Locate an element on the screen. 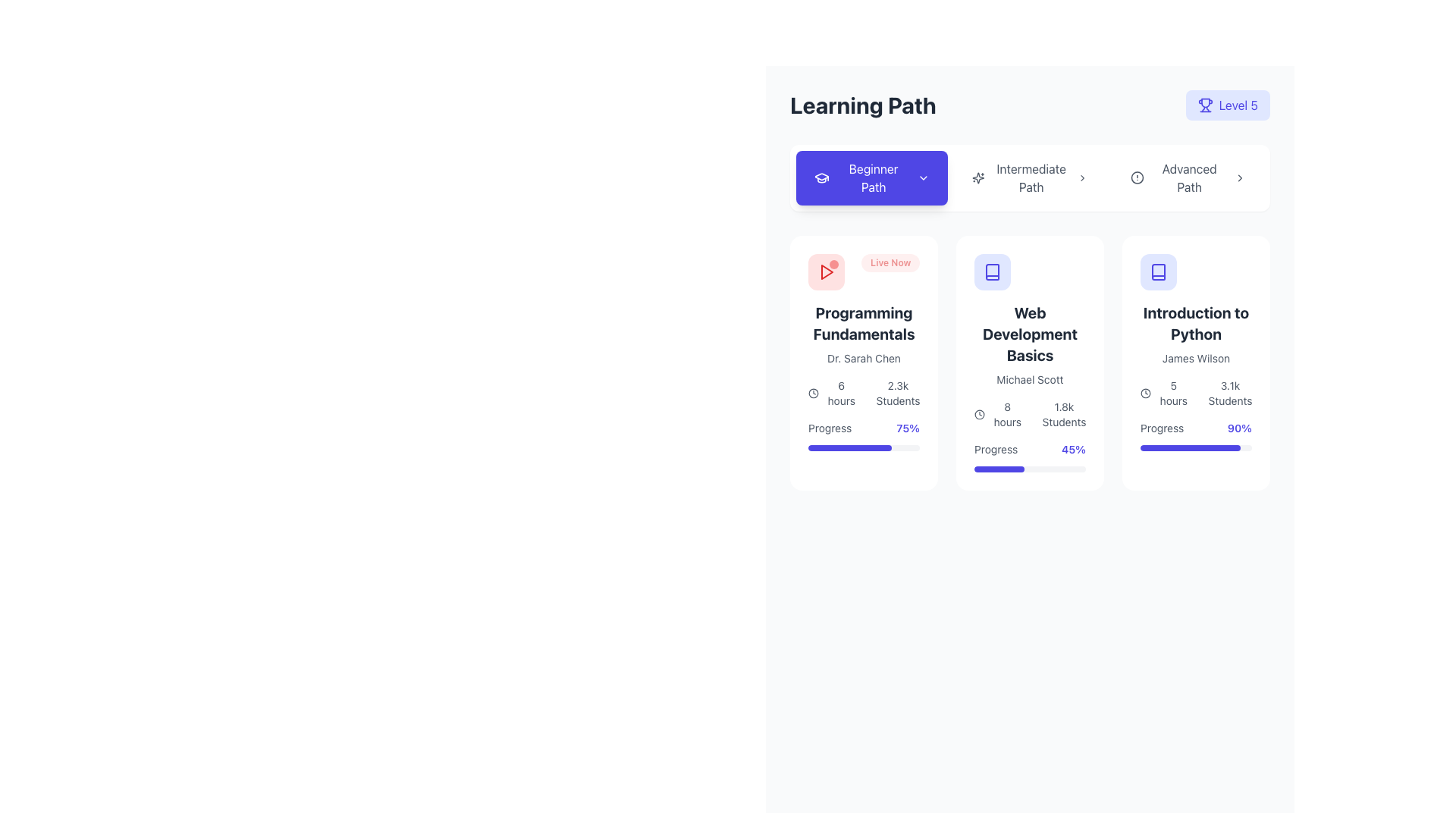 The width and height of the screenshot is (1456, 819). the horizontal navigation bar options for 'Beginner', 'Intermediate', and 'Advanced' to change their visual feedback is located at coordinates (1030, 177).